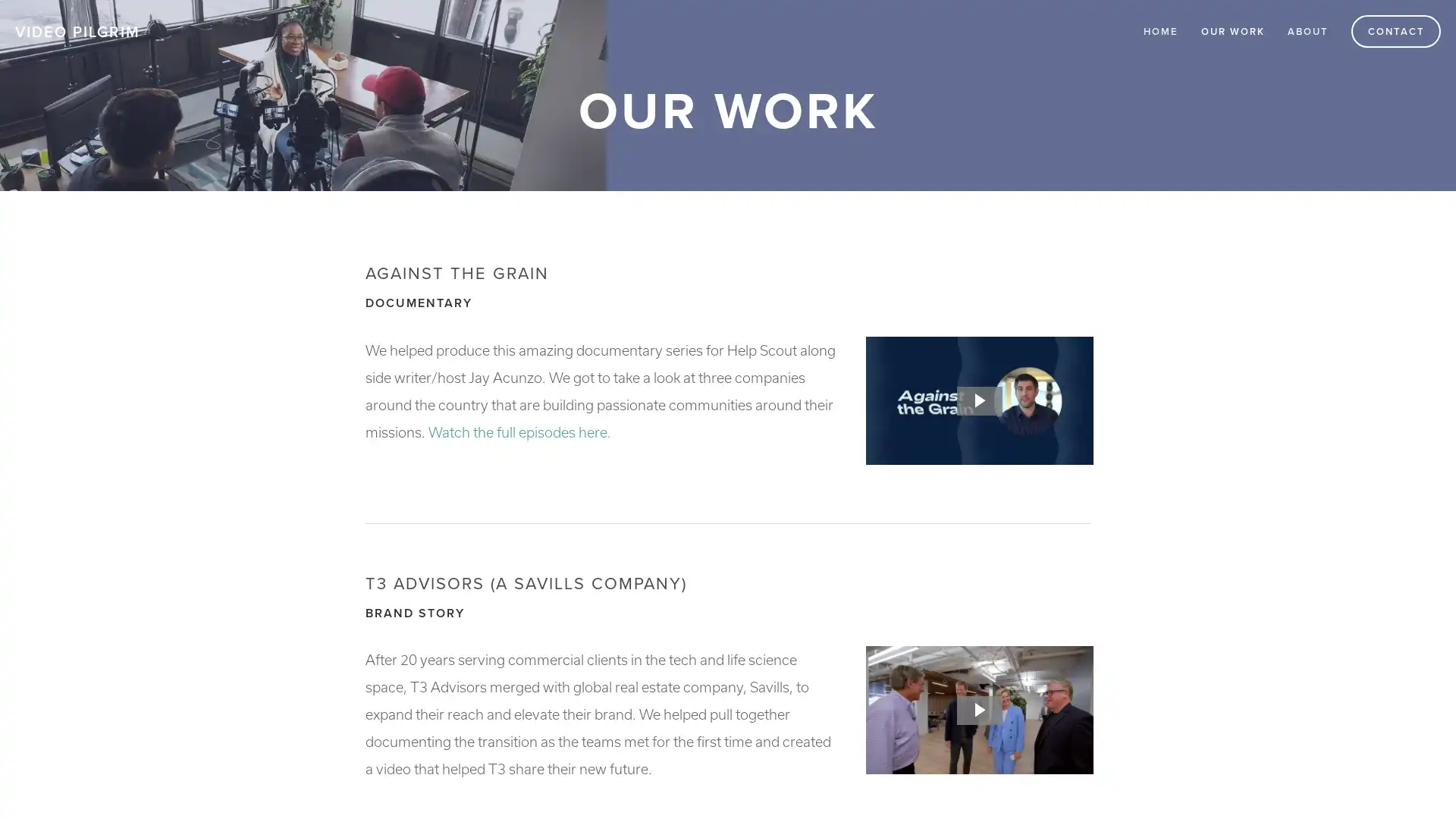 The height and width of the screenshot is (819, 1456). What do you see at coordinates (979, 711) in the screenshot?
I see `Play` at bounding box center [979, 711].